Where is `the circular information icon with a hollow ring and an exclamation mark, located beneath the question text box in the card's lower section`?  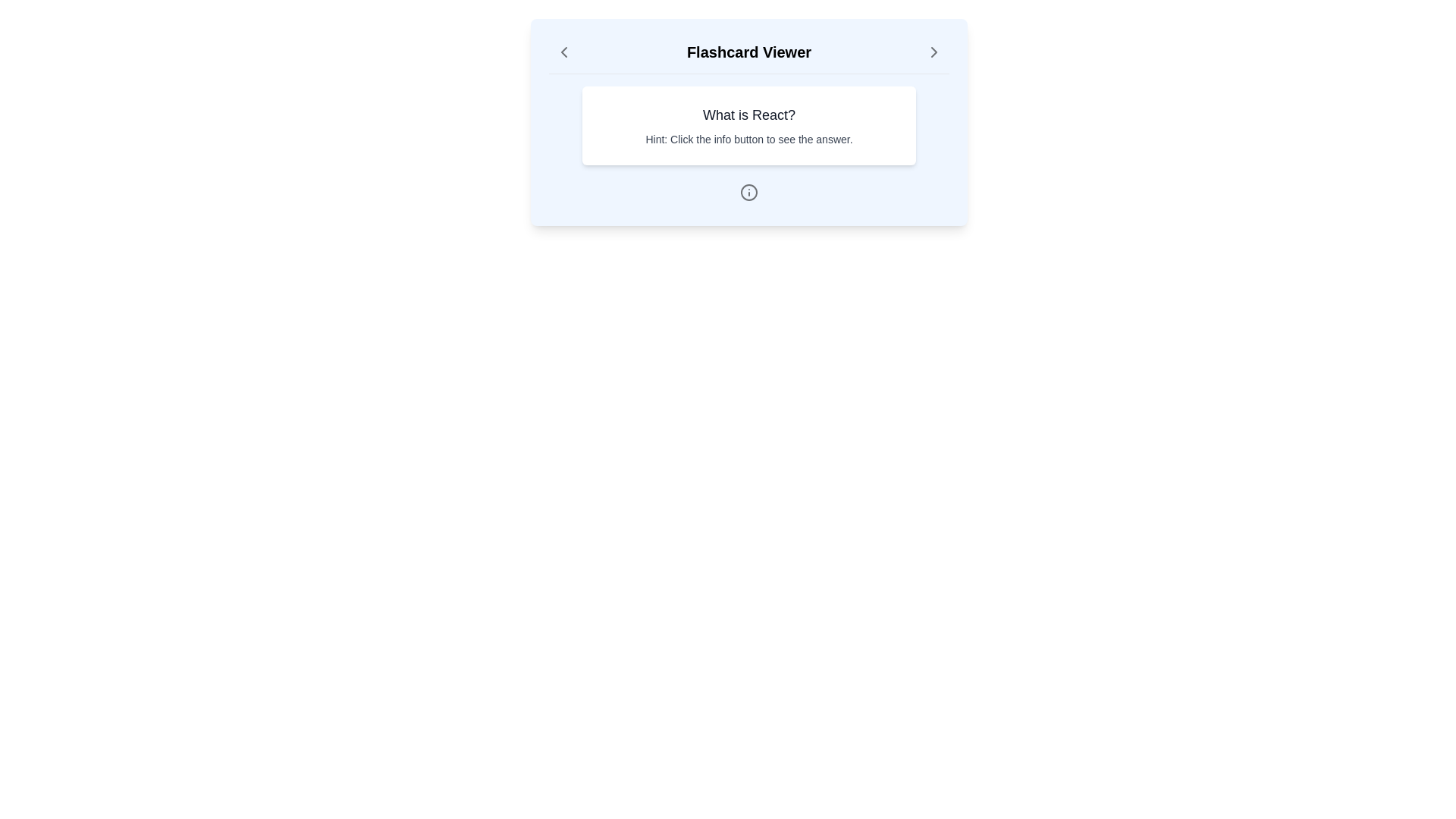
the circular information icon with a hollow ring and an exclamation mark, located beneath the question text box in the card's lower section is located at coordinates (749, 192).